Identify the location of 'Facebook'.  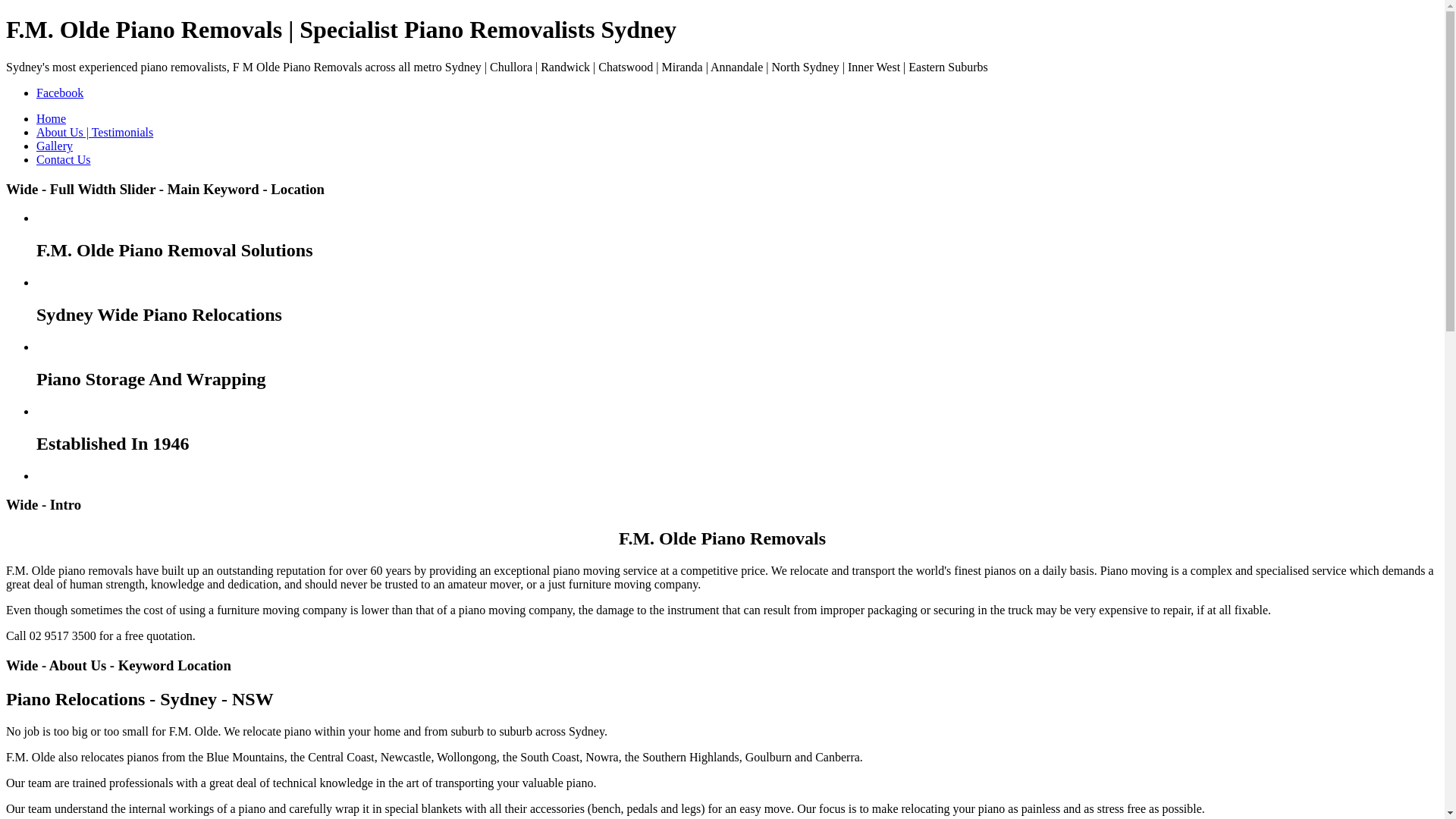
(36, 93).